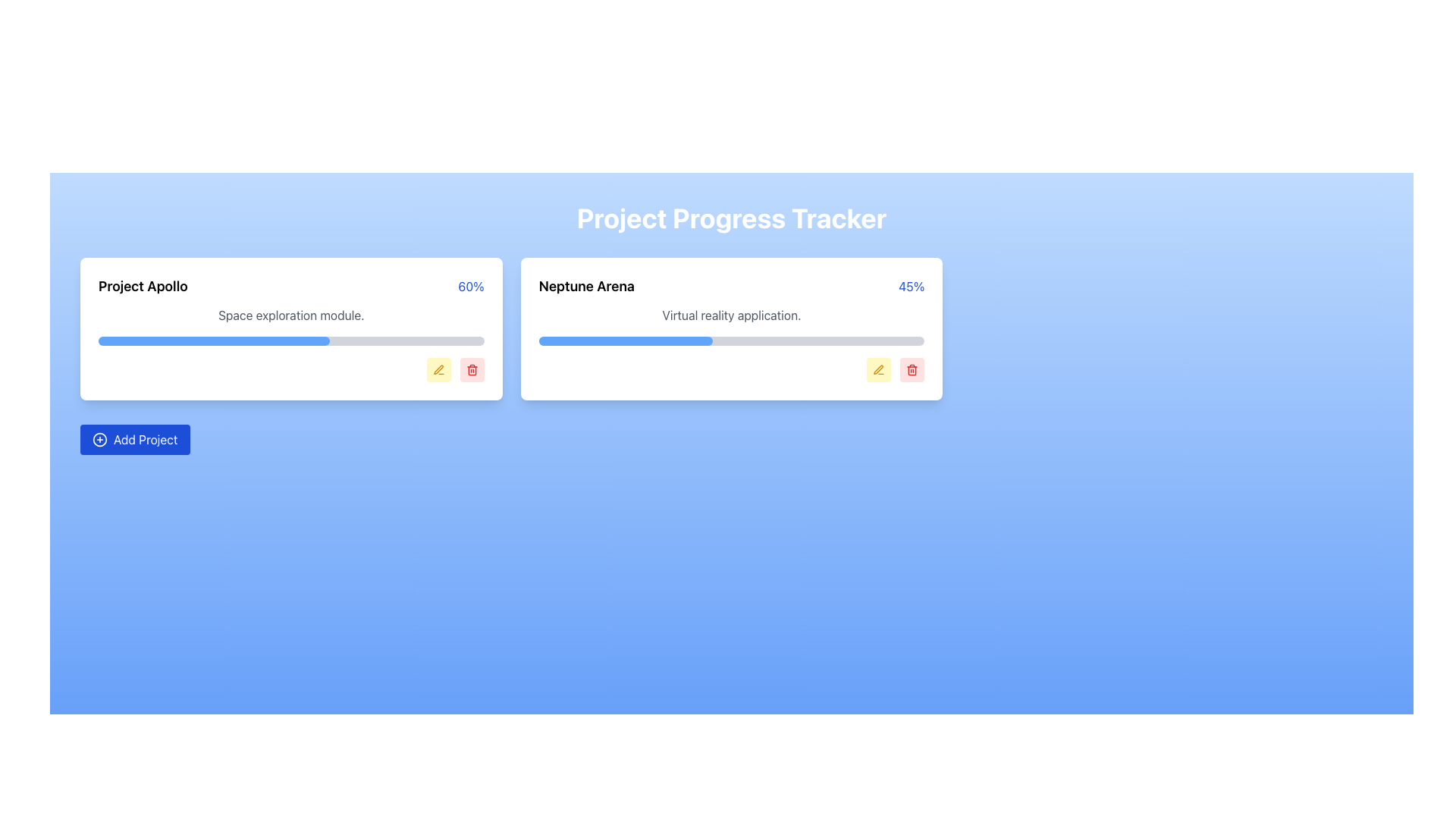 Image resolution: width=1456 pixels, height=819 pixels. I want to click on the progress bar representing the progress percentage for the 'Project Apollo' task, located at the bottom of the card layout, so click(213, 341).